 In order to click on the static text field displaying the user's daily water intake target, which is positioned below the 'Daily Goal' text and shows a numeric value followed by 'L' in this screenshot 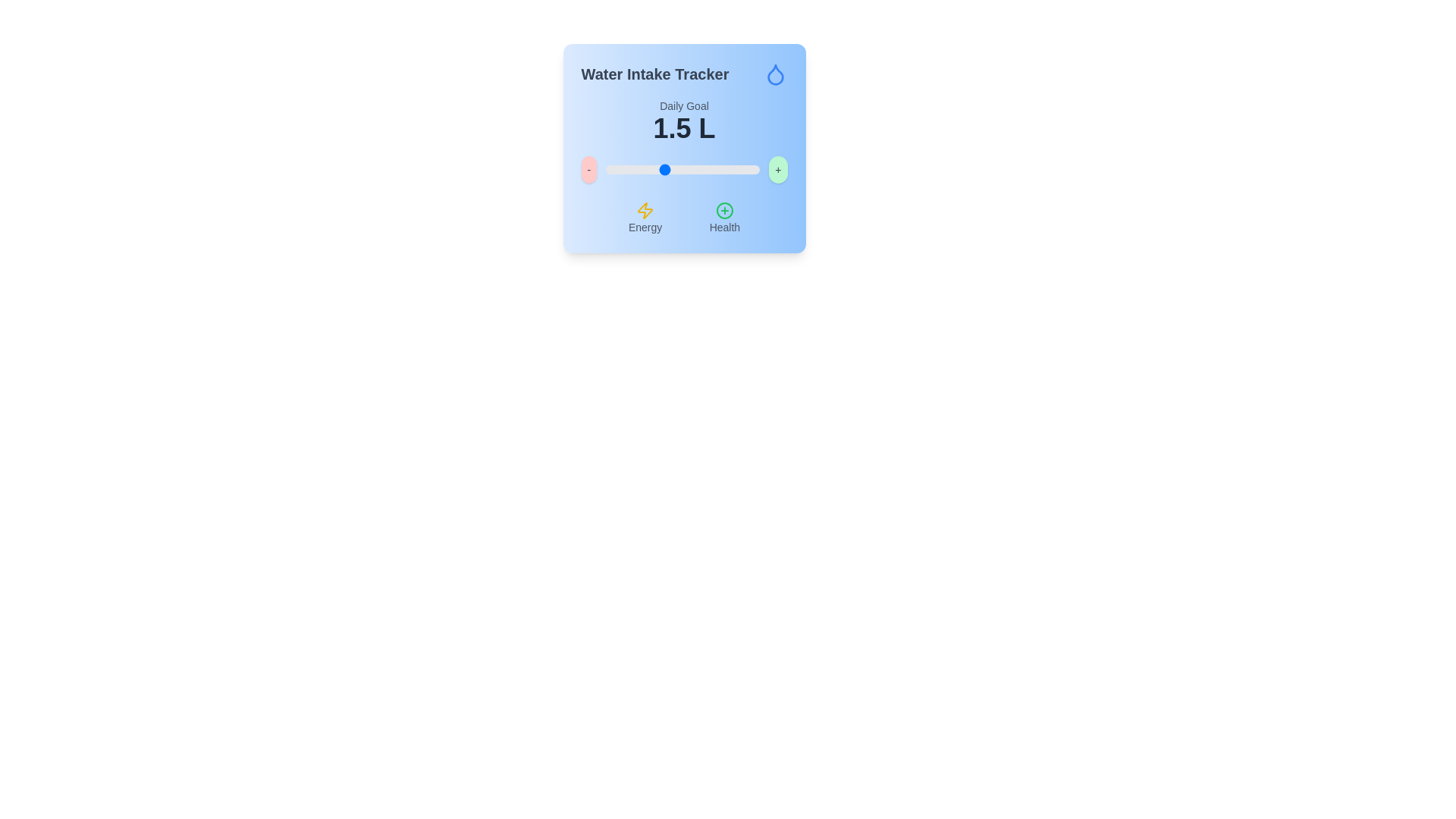, I will do `click(683, 127)`.